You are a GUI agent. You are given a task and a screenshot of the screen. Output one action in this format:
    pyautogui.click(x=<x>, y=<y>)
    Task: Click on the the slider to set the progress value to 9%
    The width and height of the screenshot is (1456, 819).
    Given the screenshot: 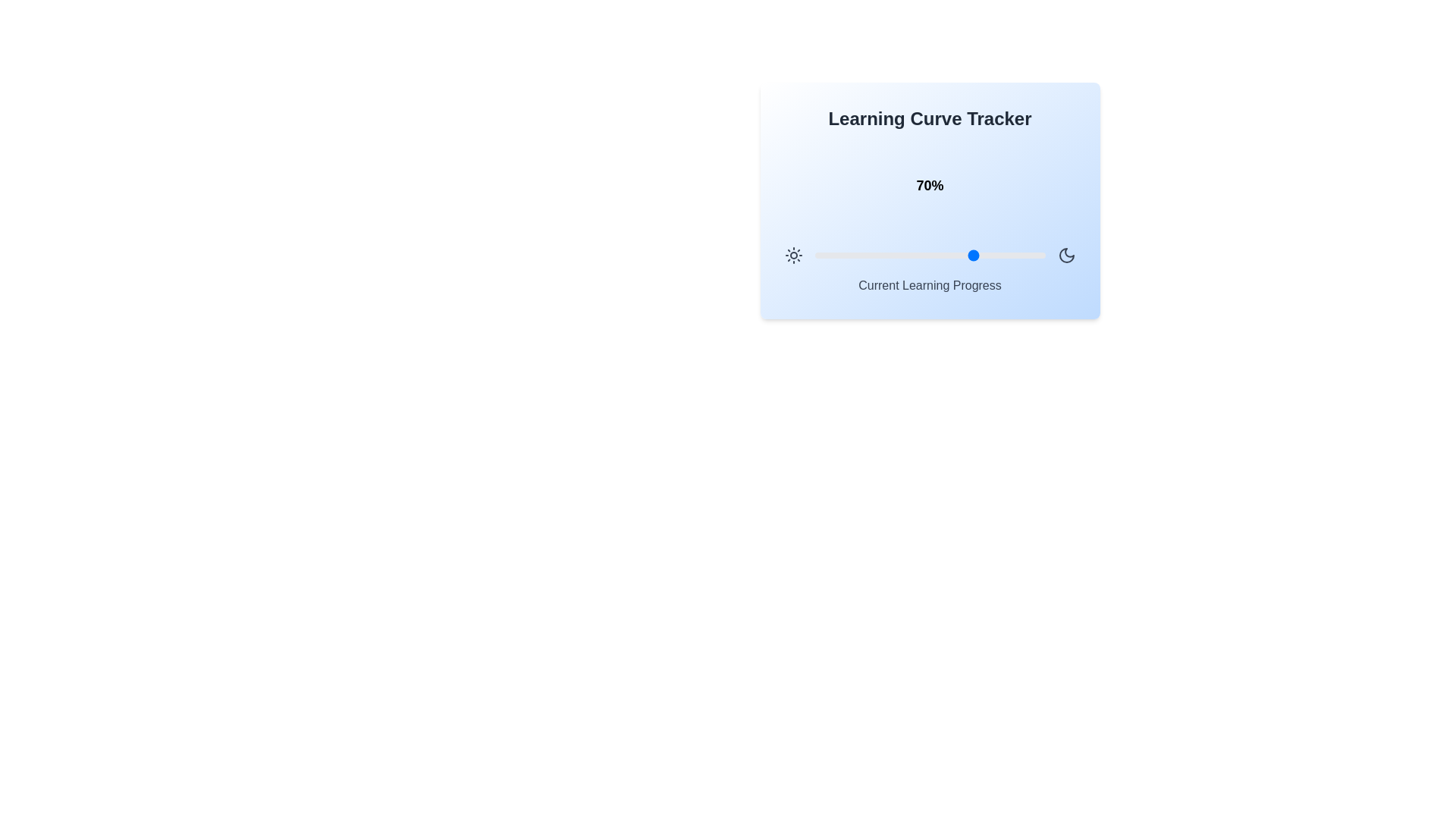 What is the action you would take?
    pyautogui.click(x=834, y=254)
    